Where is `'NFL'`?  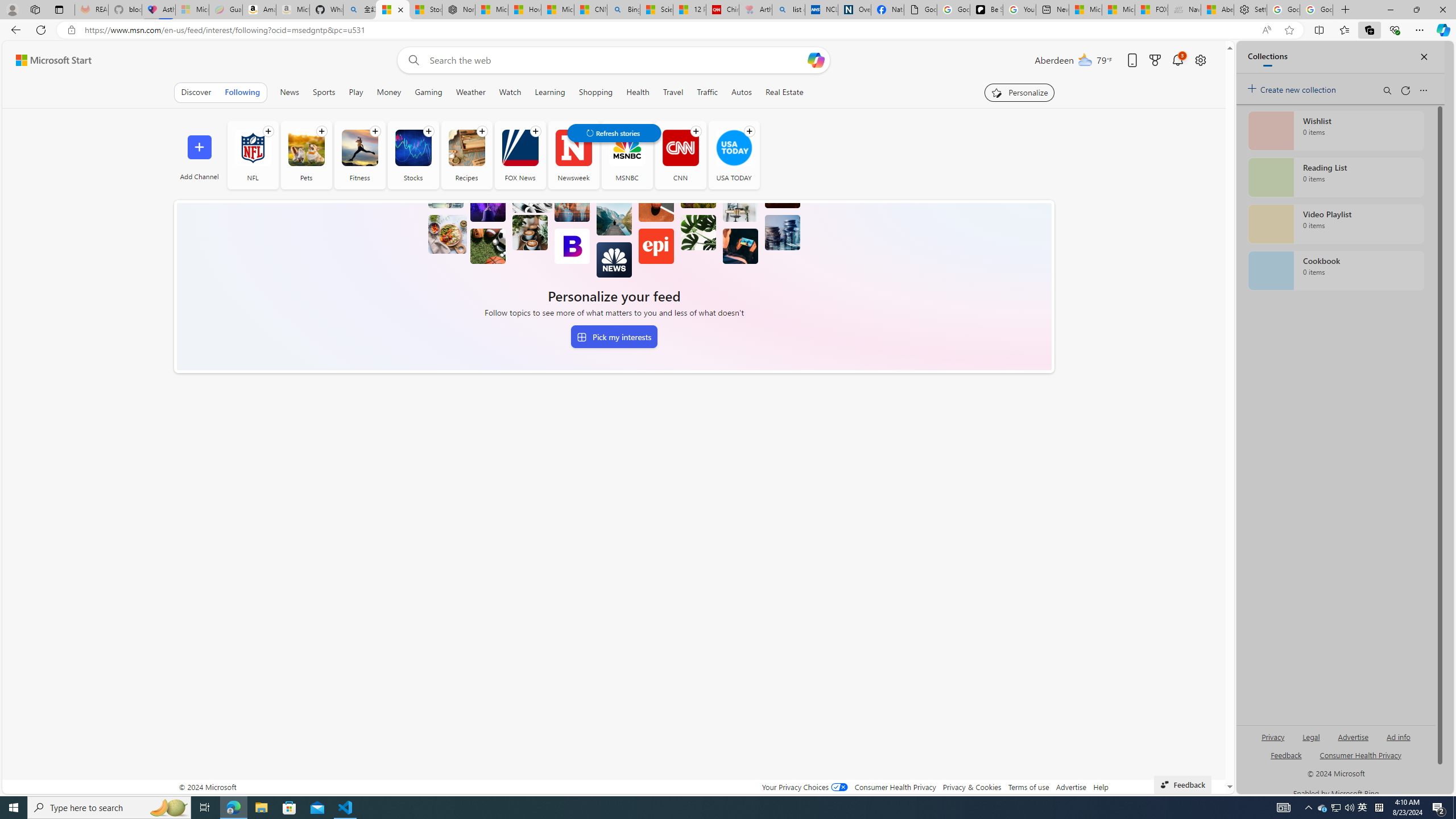
'NFL' is located at coordinates (253, 147).